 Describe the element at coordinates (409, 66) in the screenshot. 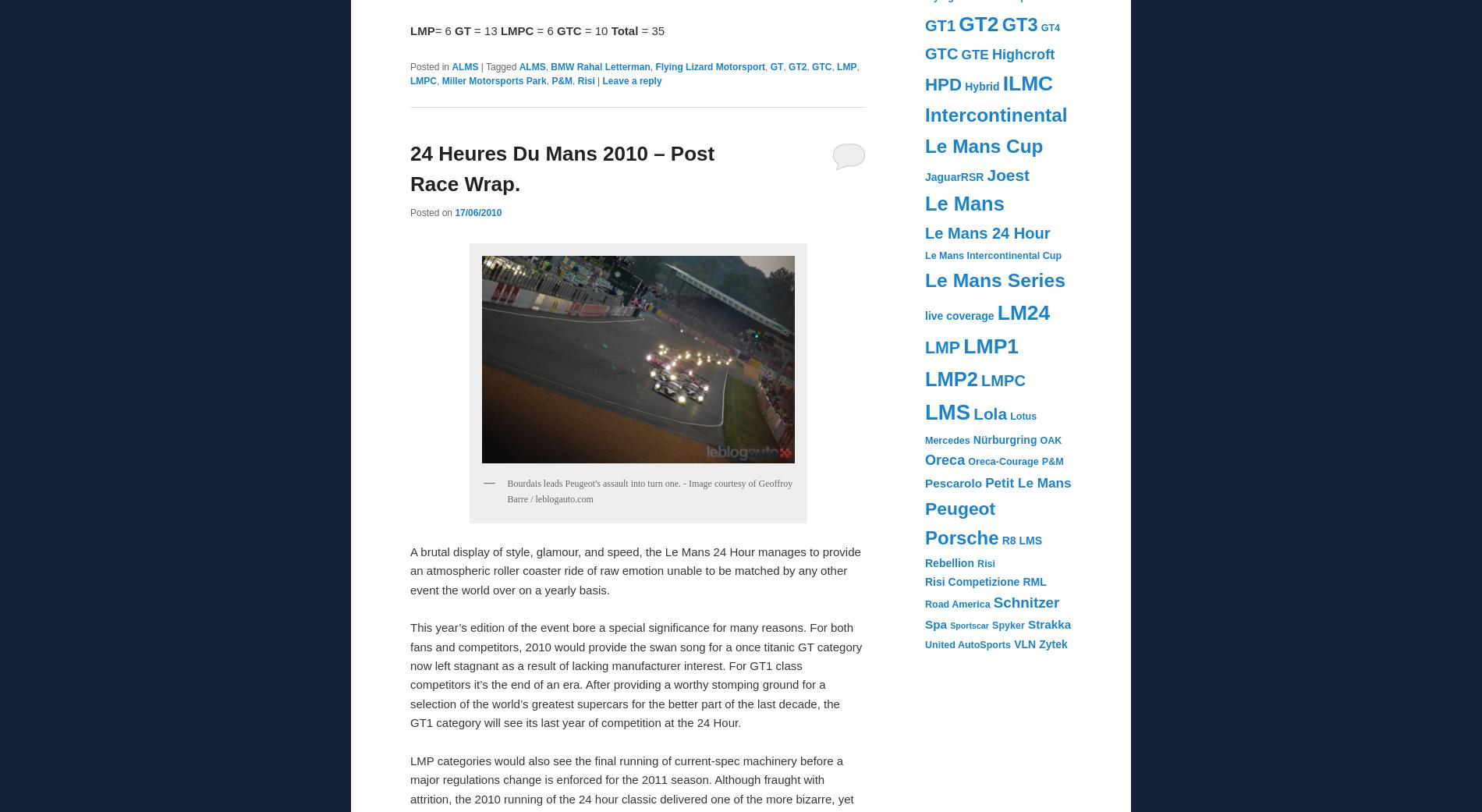

I see `'Posted in'` at that location.